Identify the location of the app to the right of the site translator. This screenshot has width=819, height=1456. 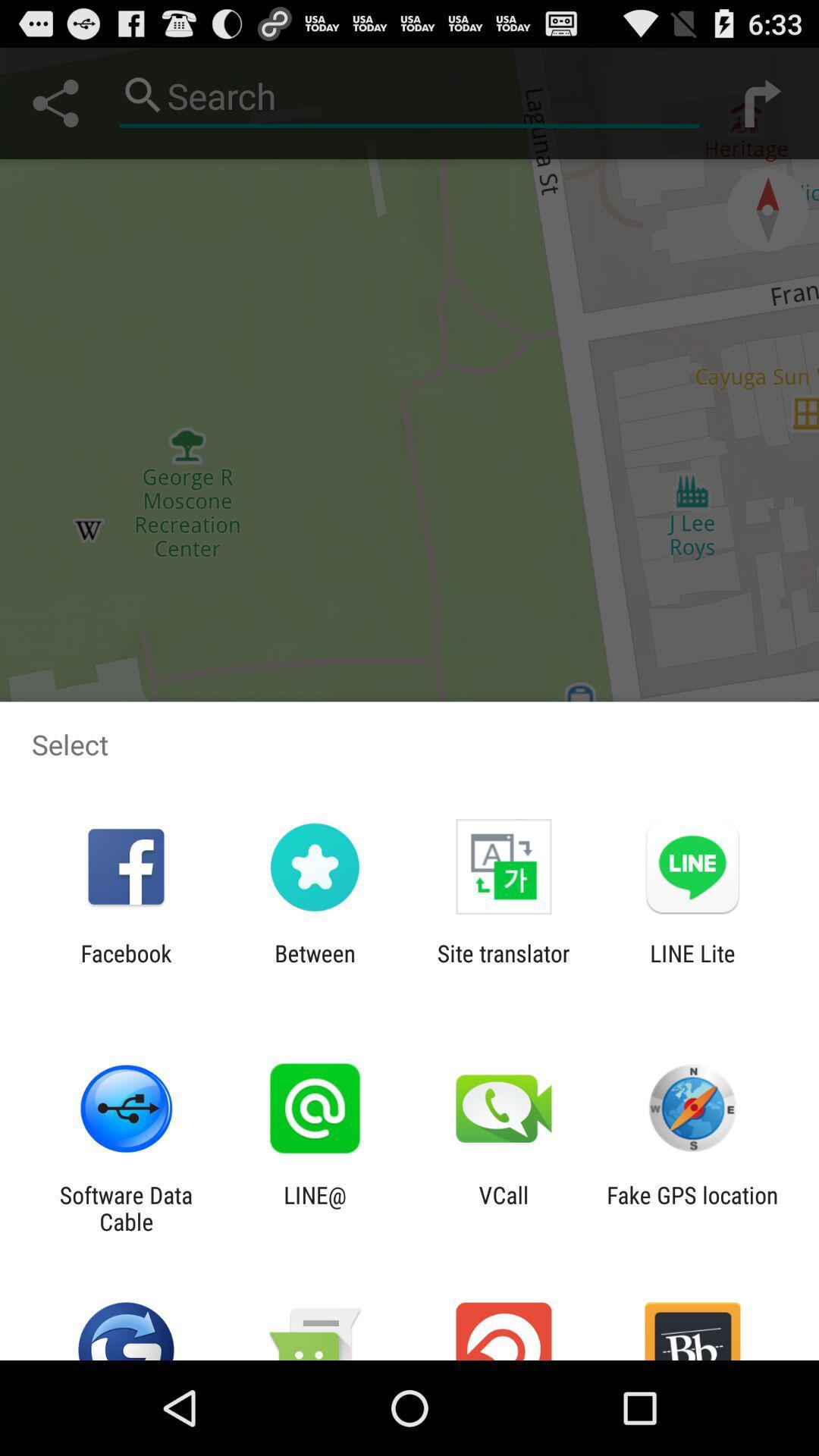
(692, 966).